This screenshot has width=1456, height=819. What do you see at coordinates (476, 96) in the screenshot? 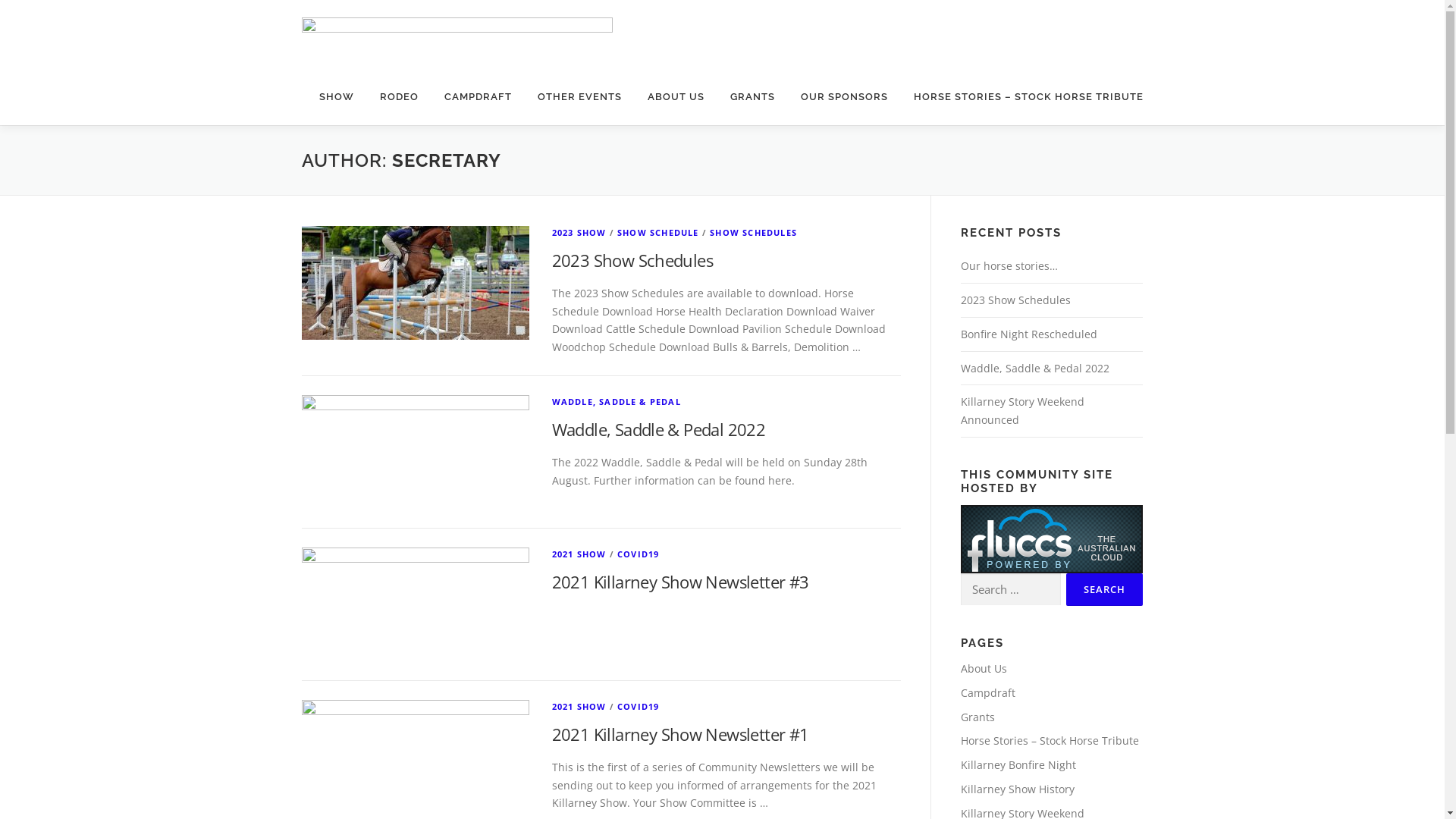
I see `'CAMPDRAFT'` at bounding box center [476, 96].